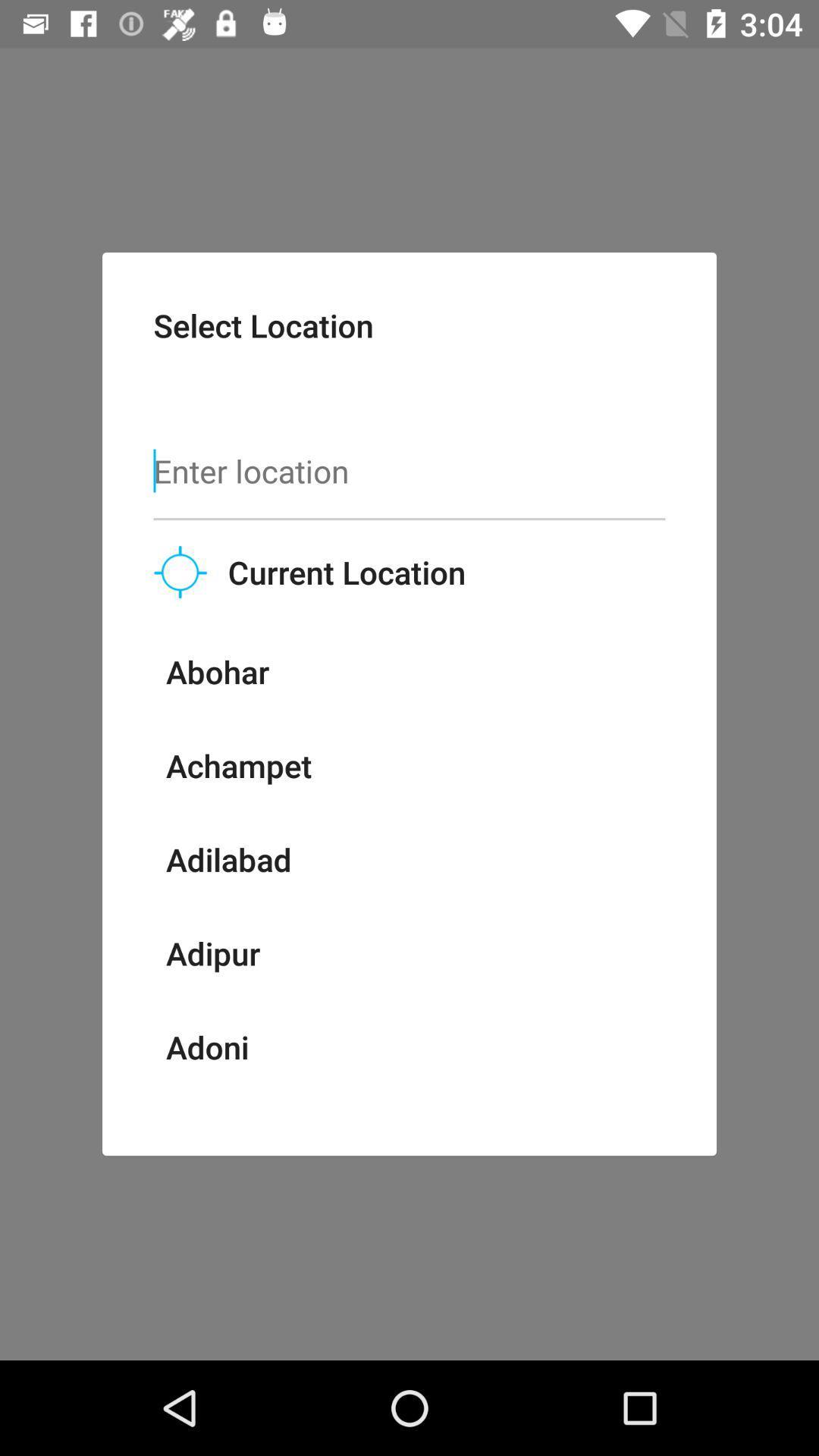 This screenshot has width=819, height=1456. I want to click on adilabad icon, so click(228, 859).